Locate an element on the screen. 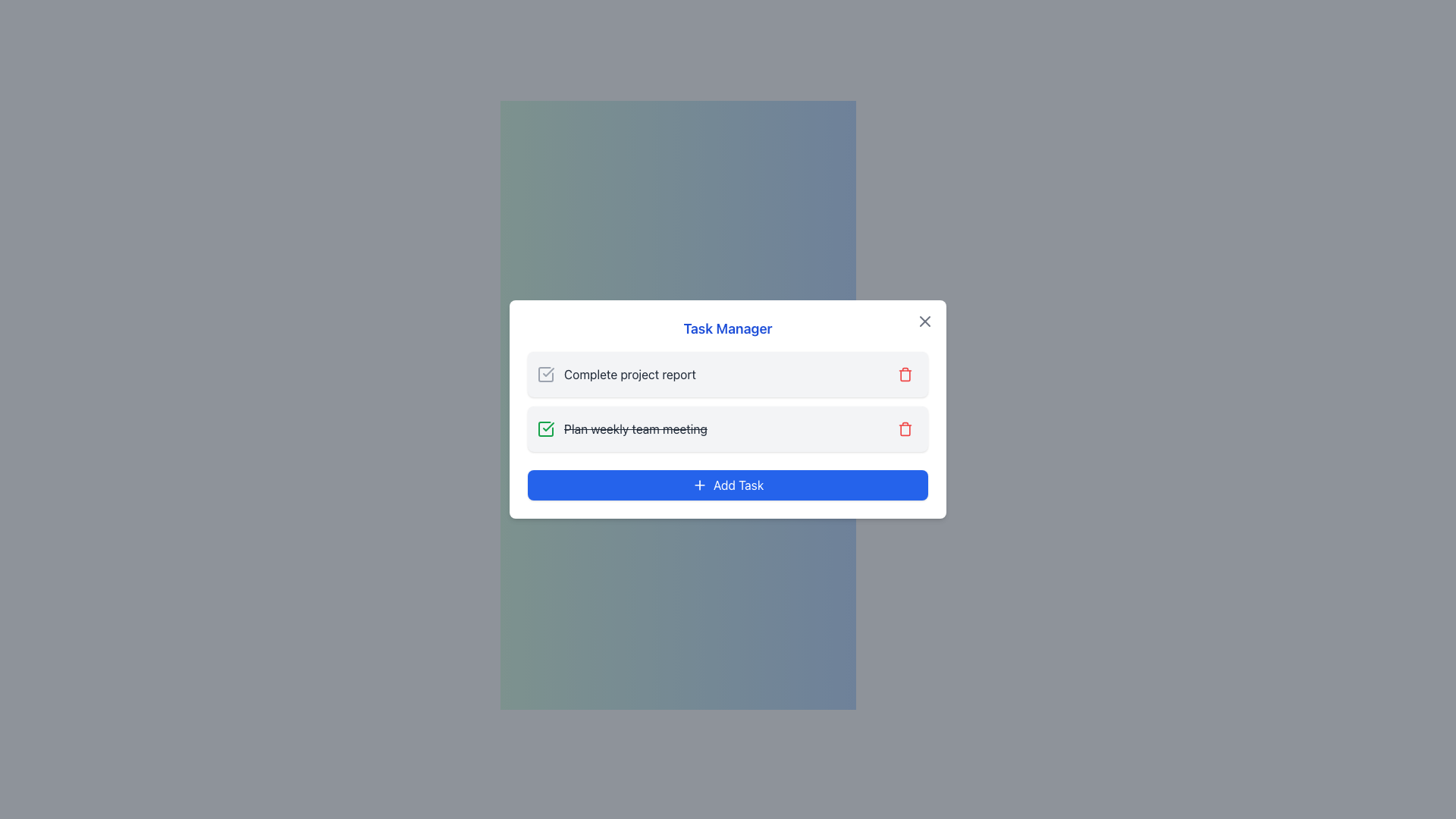 This screenshot has width=1456, height=819. the close button located in the top-right corner of the 'Task Manager' popup to change its color is located at coordinates (924, 321).